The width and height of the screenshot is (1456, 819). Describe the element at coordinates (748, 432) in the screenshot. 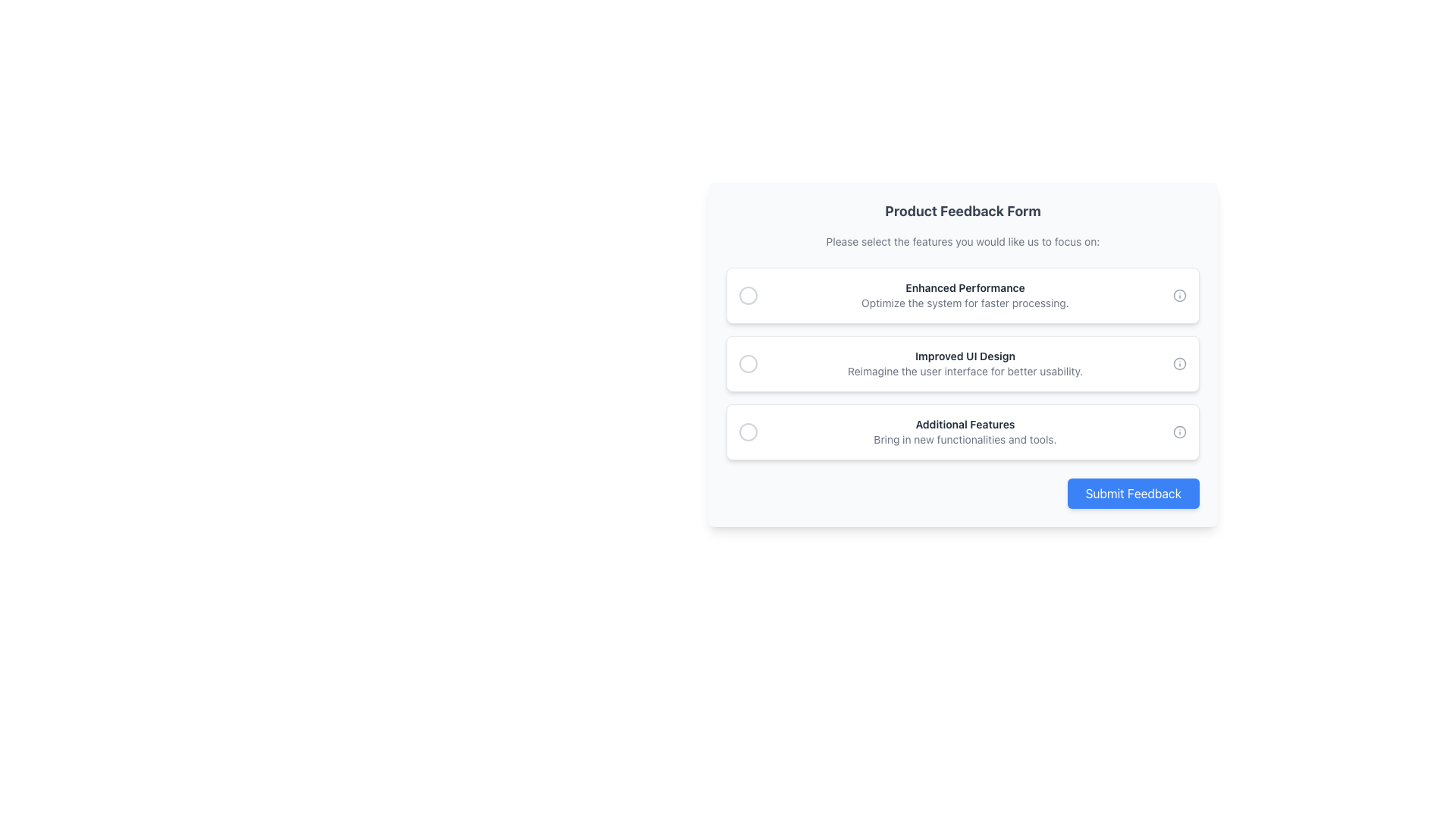

I see `the first radio button within the 'Additional Features' section` at that location.